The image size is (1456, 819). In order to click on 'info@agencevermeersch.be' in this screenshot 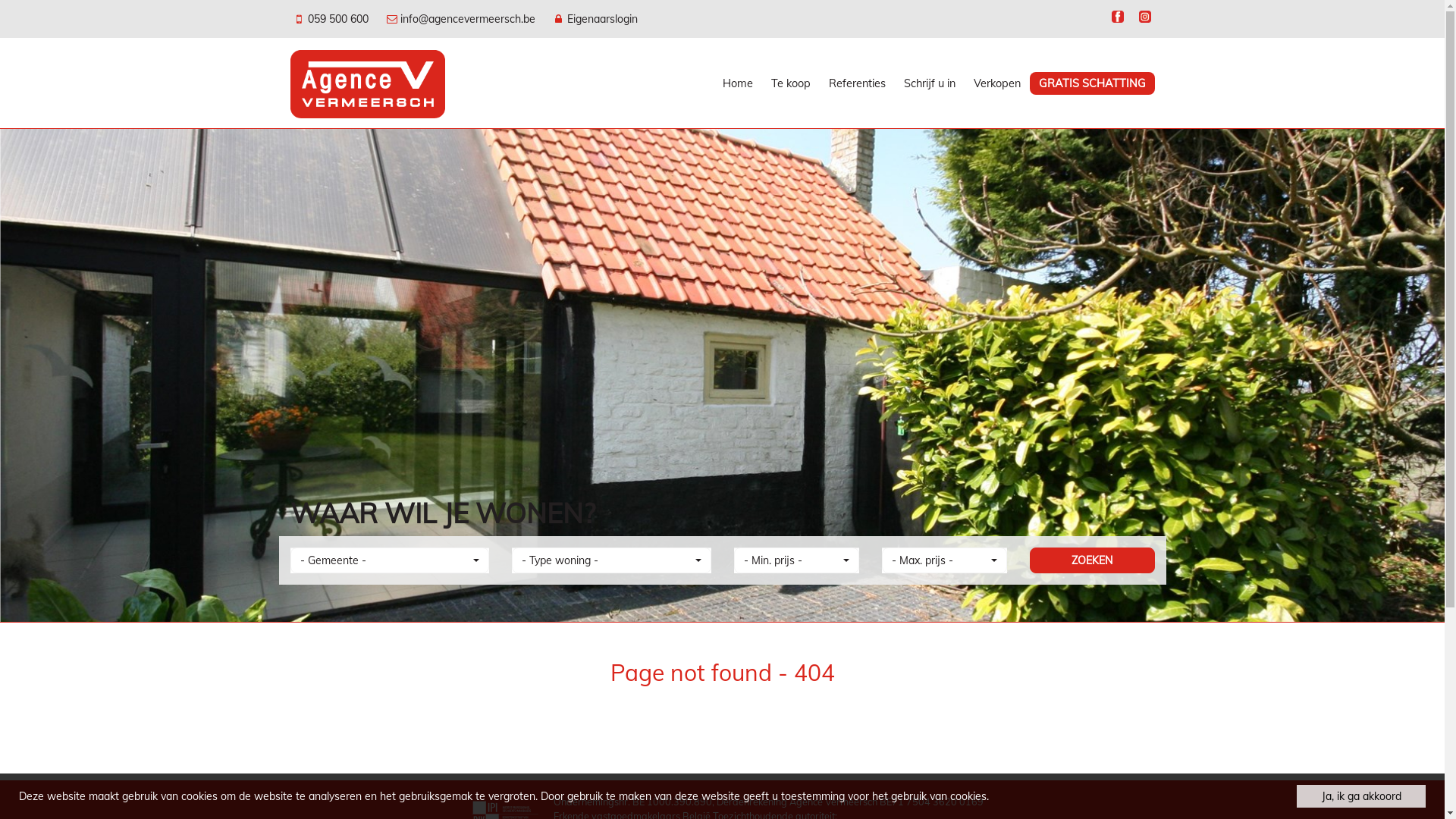, I will do `click(461, 18)`.